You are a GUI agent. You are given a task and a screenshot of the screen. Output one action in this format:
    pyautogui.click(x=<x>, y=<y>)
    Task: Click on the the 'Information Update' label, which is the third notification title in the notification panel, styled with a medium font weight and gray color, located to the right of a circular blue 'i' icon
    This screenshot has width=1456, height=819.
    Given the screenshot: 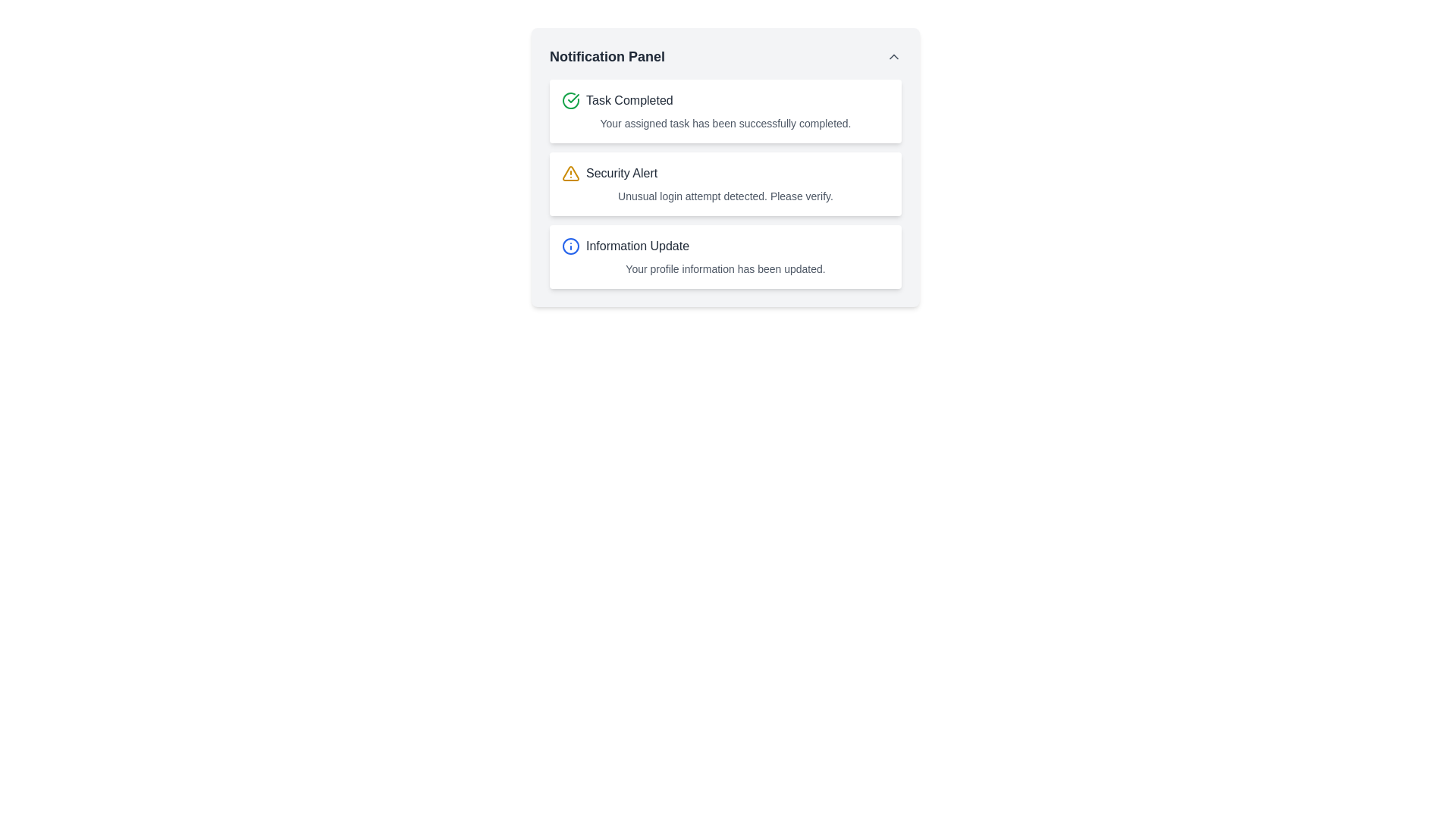 What is the action you would take?
    pyautogui.click(x=637, y=245)
    